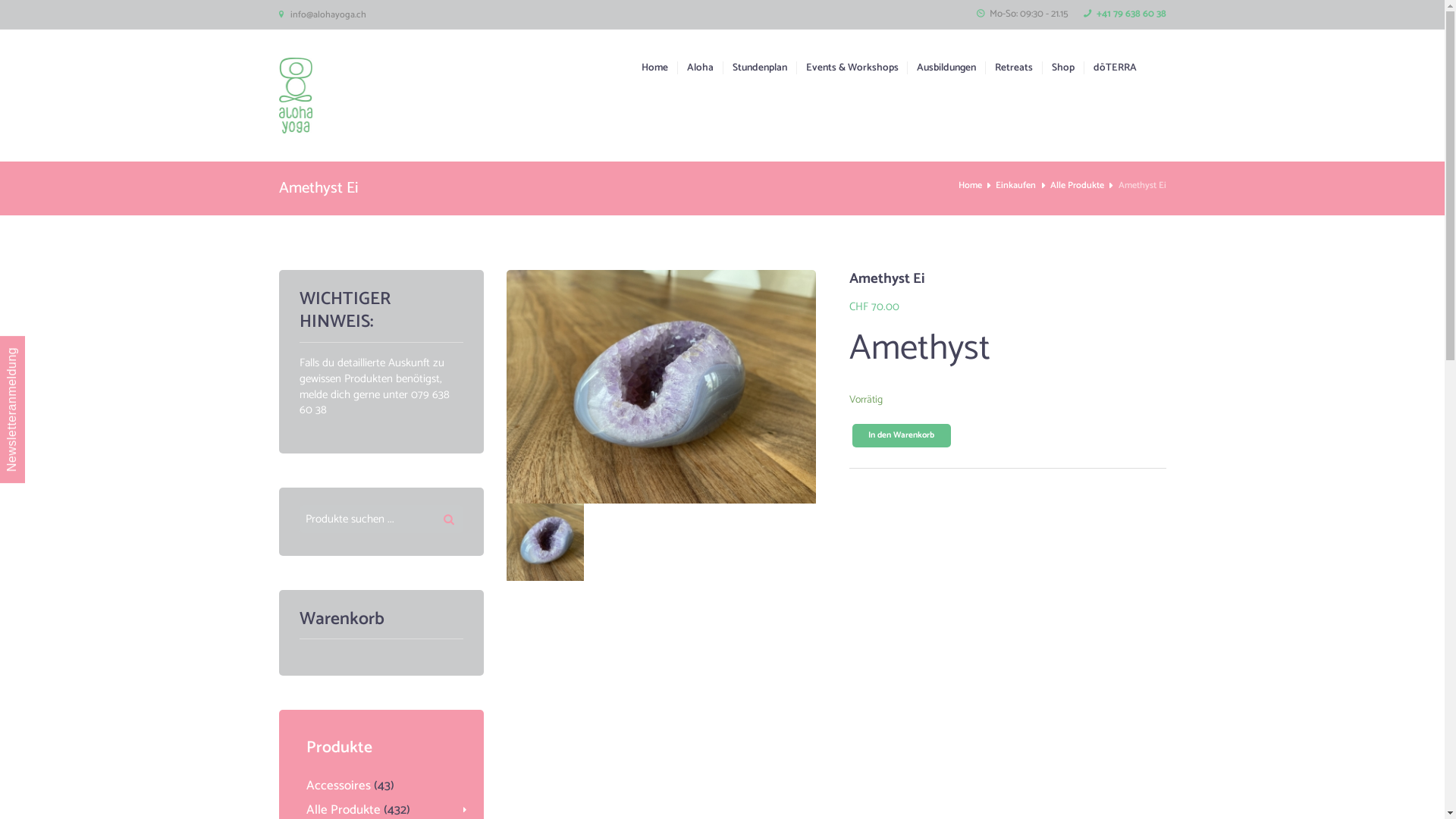 The height and width of the screenshot is (819, 1456). Describe the element at coordinates (381, 519) in the screenshot. I see `'Search for products:'` at that location.